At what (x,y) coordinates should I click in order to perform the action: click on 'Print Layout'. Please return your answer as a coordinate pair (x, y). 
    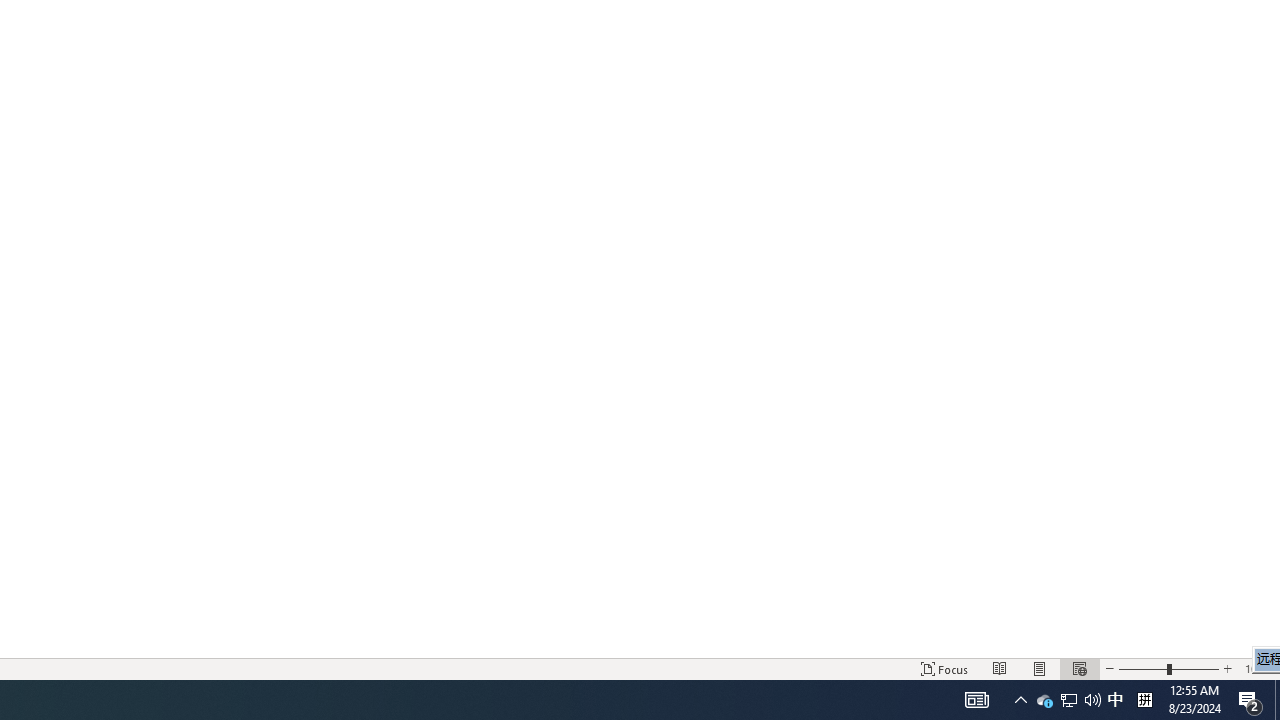
    Looking at the image, I should click on (1040, 669).